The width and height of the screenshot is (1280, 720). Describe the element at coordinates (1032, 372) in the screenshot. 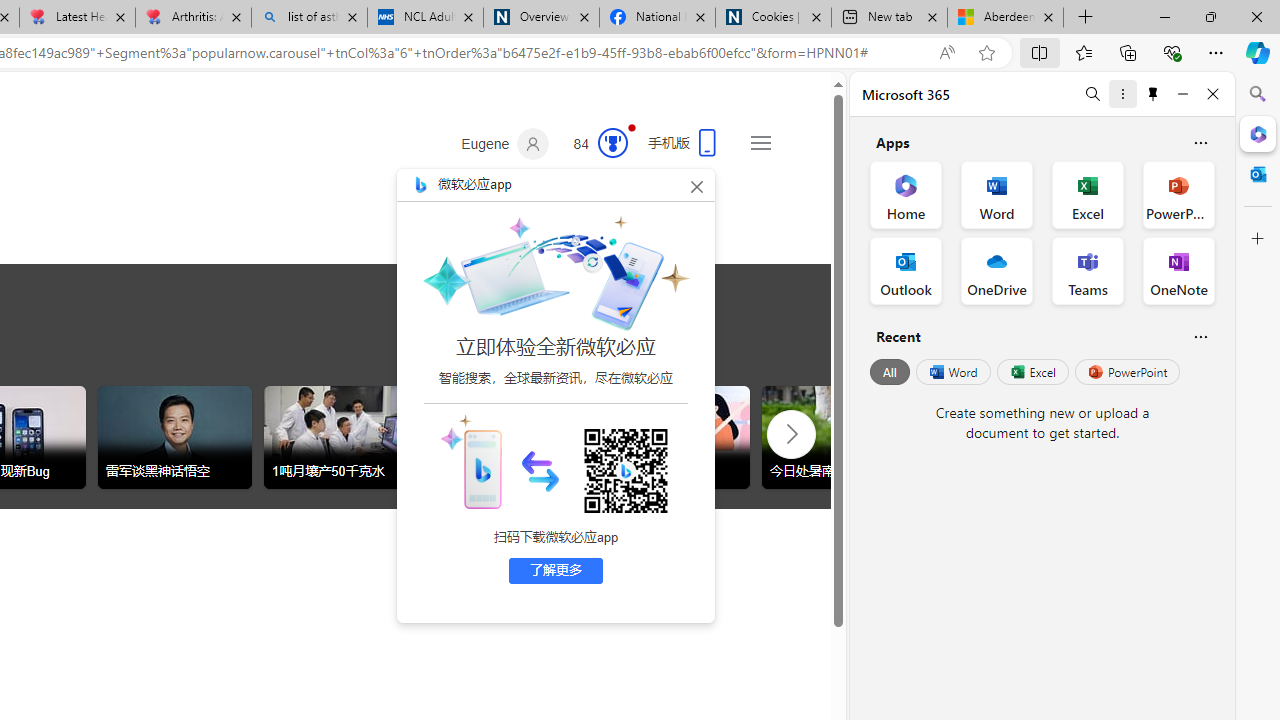

I see `'Excel'` at that location.